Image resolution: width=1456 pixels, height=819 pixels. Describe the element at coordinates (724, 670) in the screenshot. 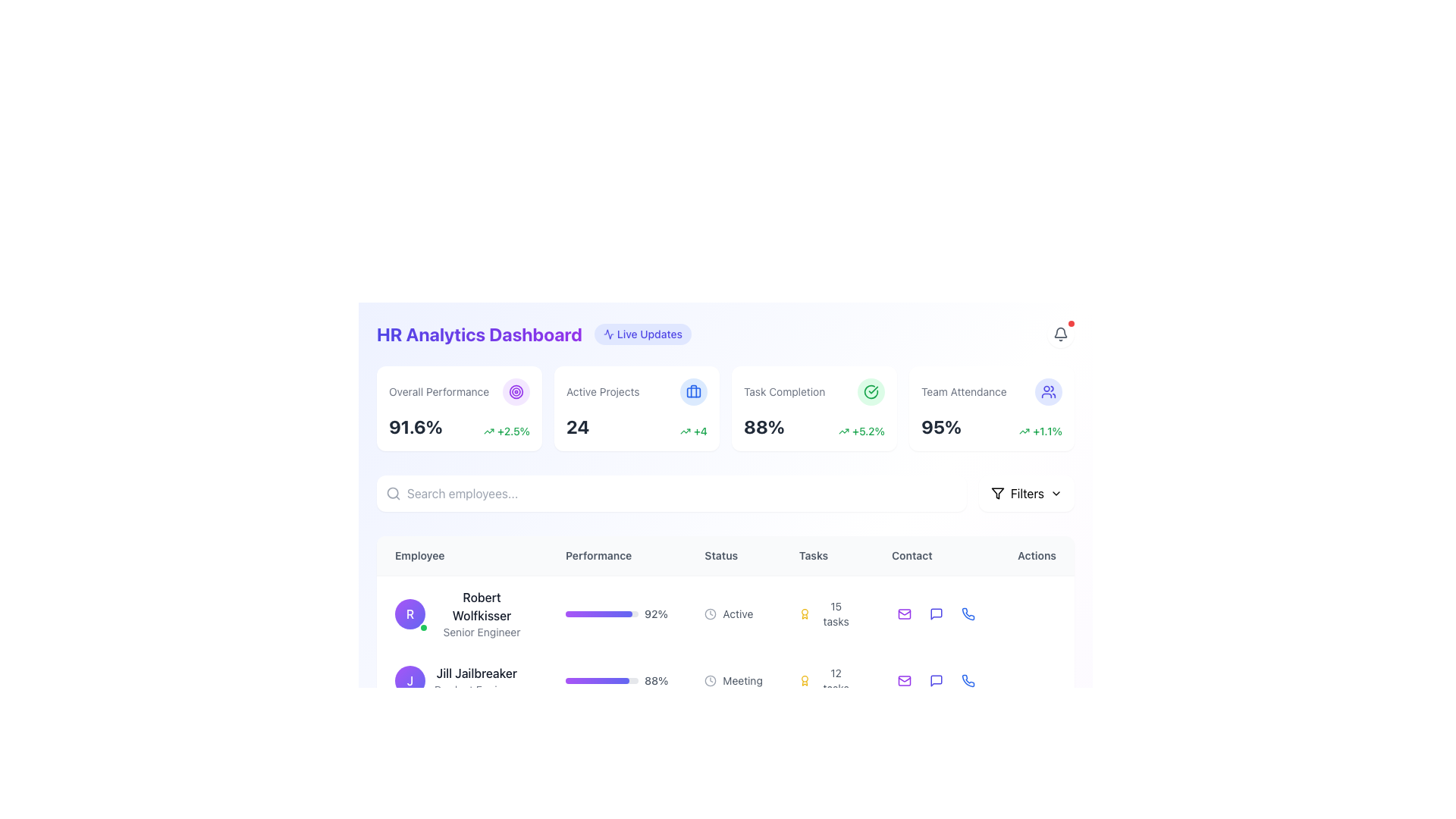

I see `the second row of the user table that contains details for 'Jill Jailbreaker', including role, performance percentage, status, and task details, to focus on the details` at that location.